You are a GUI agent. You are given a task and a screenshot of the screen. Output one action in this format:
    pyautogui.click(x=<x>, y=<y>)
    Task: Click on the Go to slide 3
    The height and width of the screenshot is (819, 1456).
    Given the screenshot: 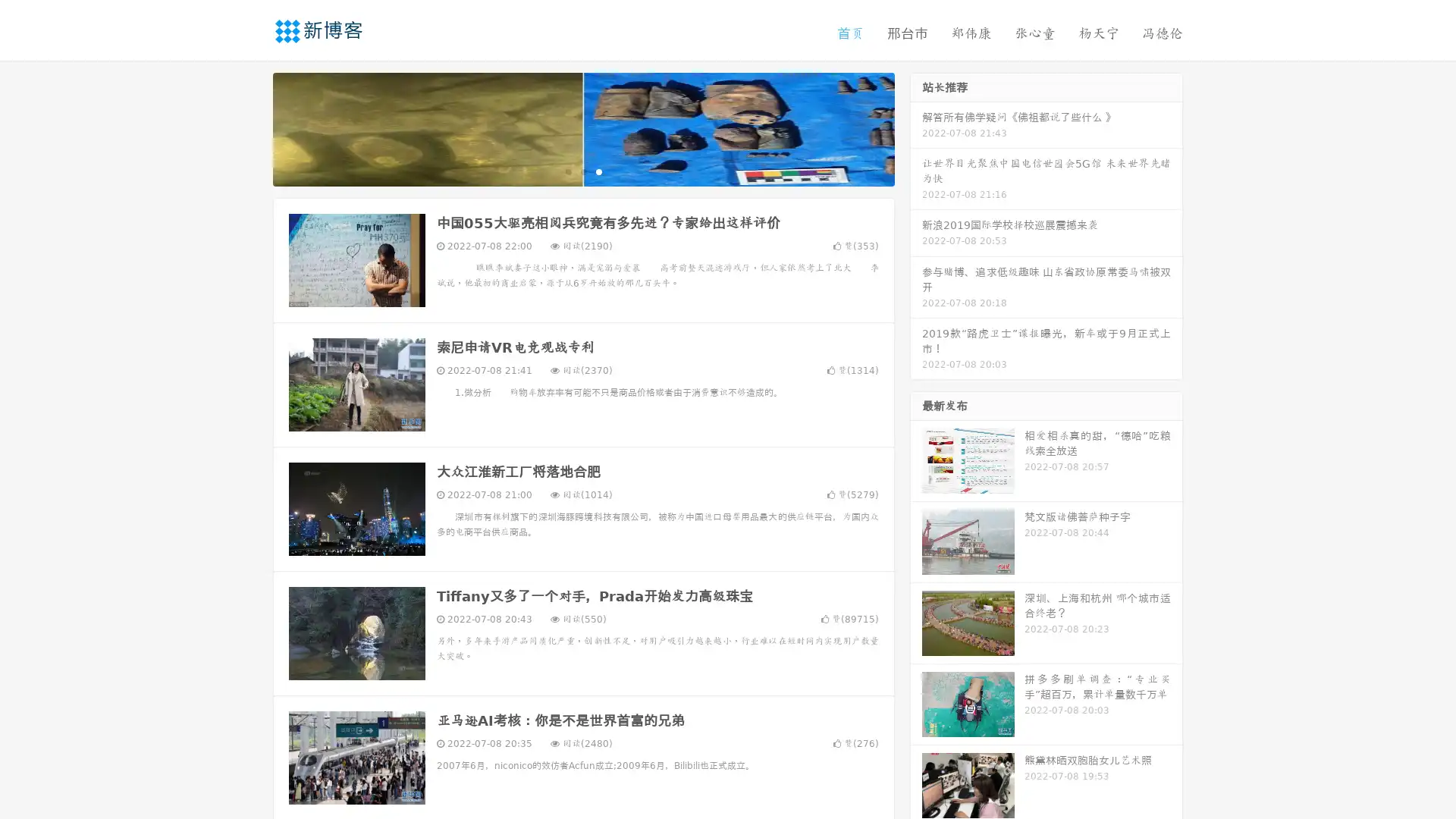 What is the action you would take?
    pyautogui.click(x=598, y=171)
    